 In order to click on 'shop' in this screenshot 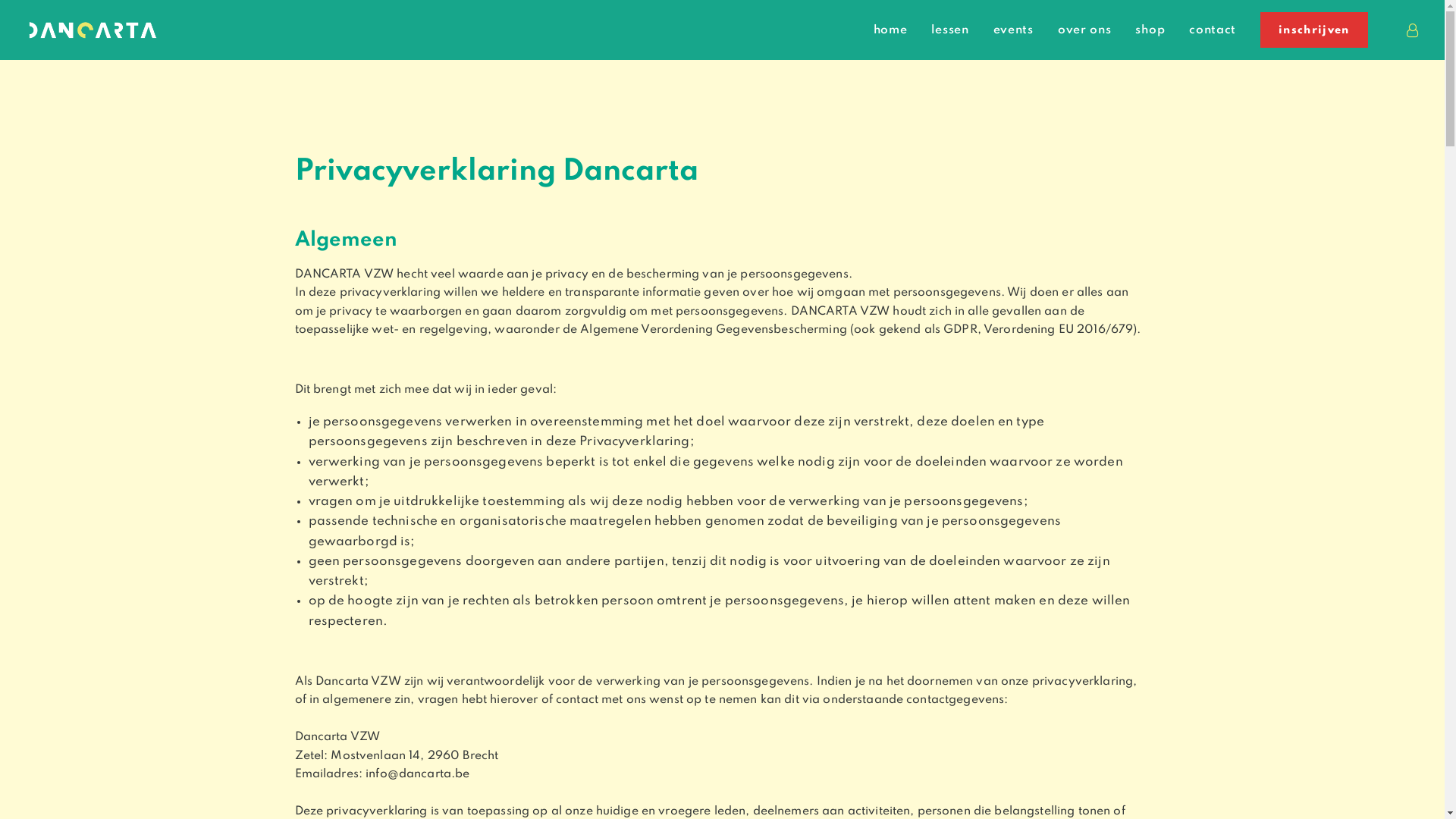, I will do `click(1150, 30)`.